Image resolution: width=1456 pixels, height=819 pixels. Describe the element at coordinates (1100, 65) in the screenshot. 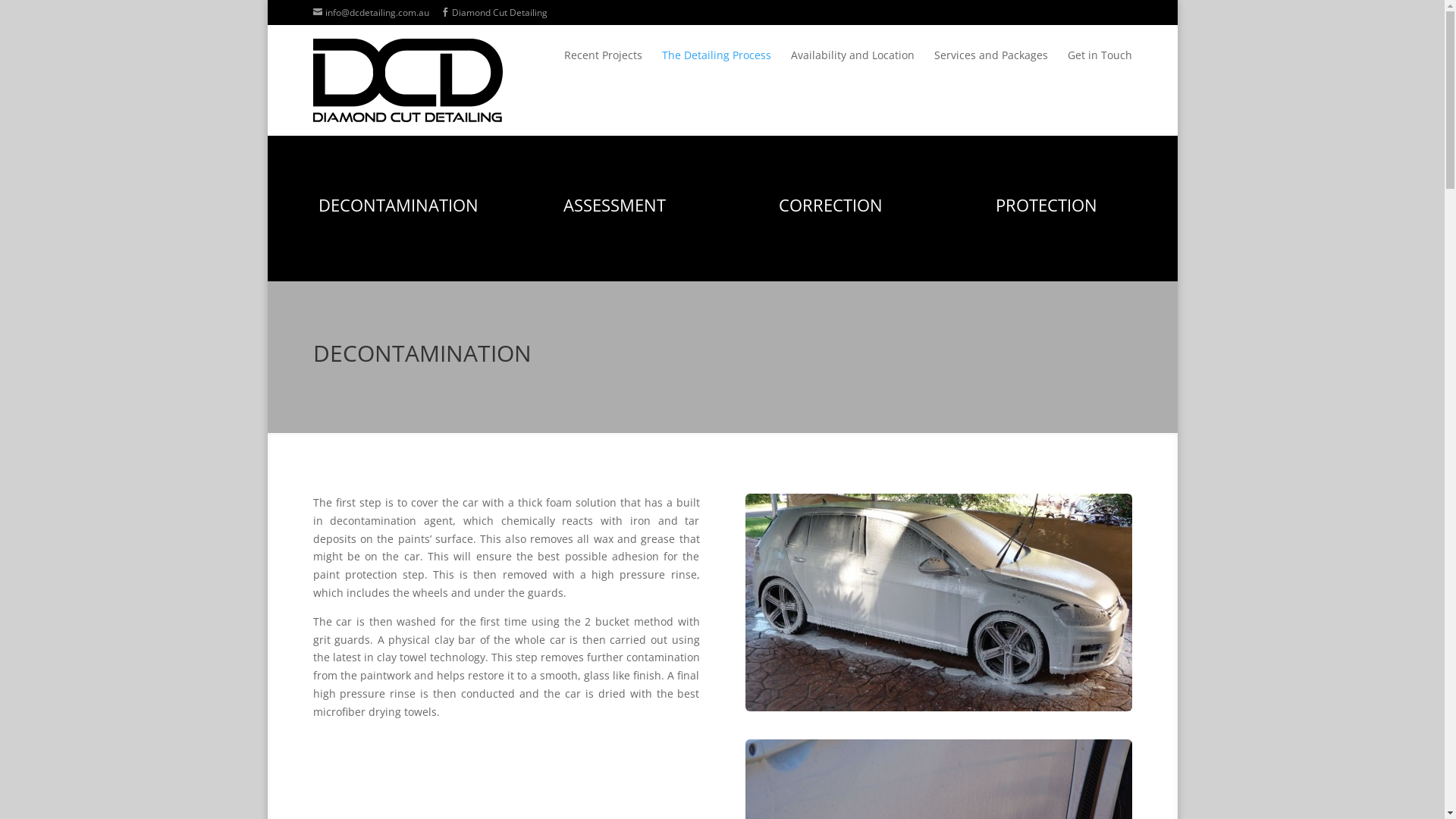

I see `'Get in Touch'` at that location.